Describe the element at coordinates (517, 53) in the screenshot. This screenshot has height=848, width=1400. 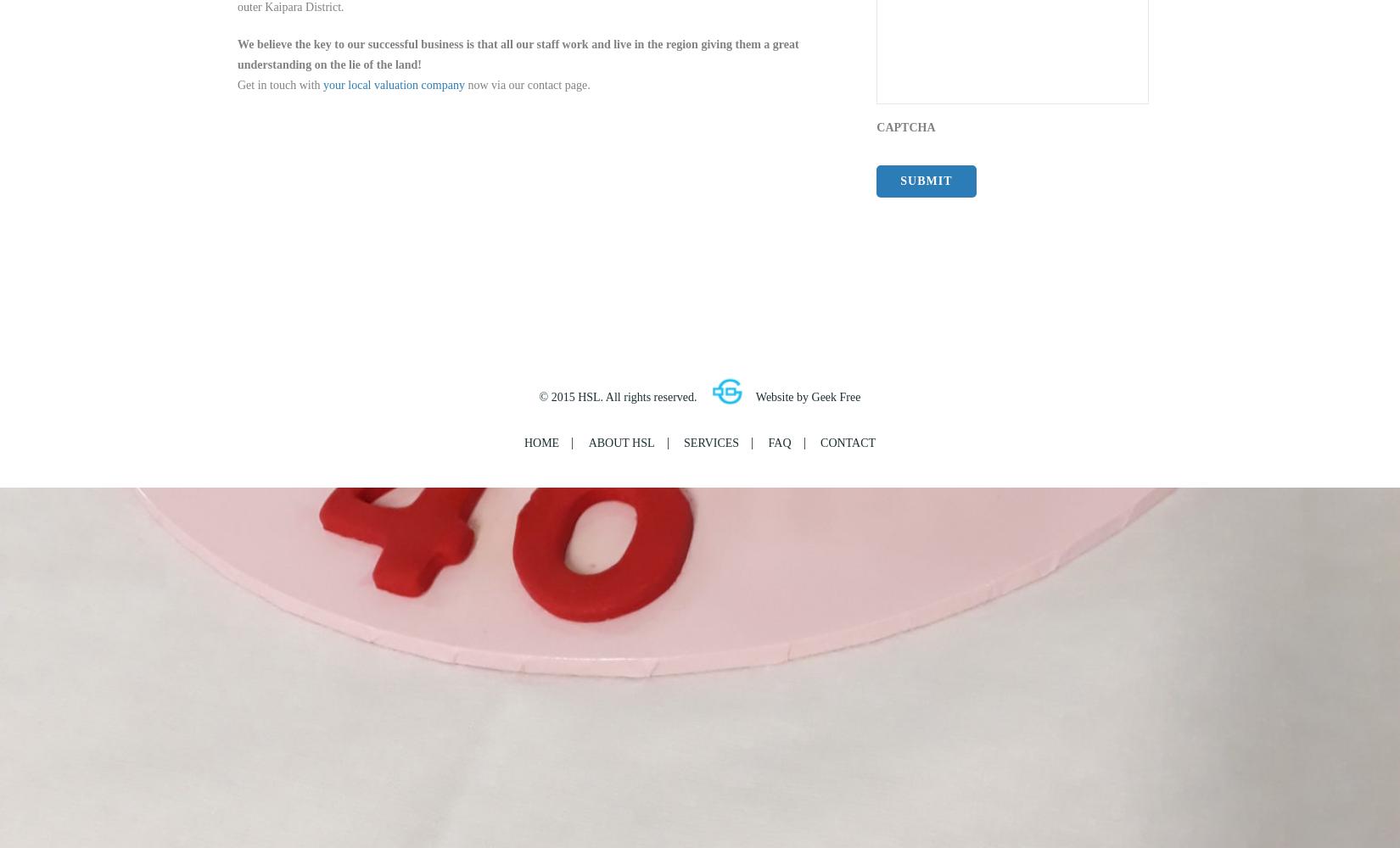
I see `'We believe the key to our successful business is that all our staff work and live in the region giving them a great understanding on the lie of the land!'` at that location.